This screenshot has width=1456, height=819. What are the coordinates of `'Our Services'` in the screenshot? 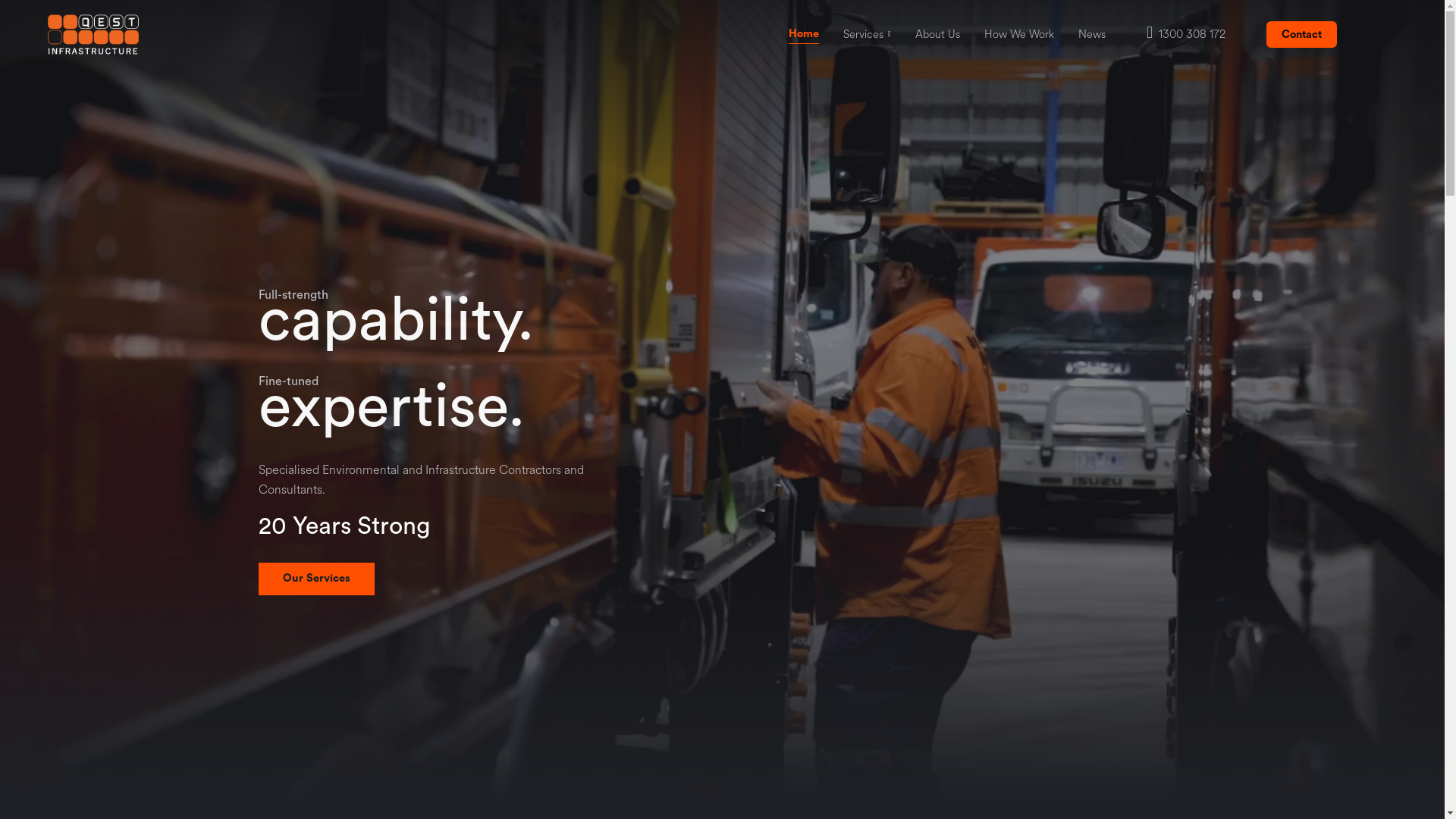 It's located at (315, 579).